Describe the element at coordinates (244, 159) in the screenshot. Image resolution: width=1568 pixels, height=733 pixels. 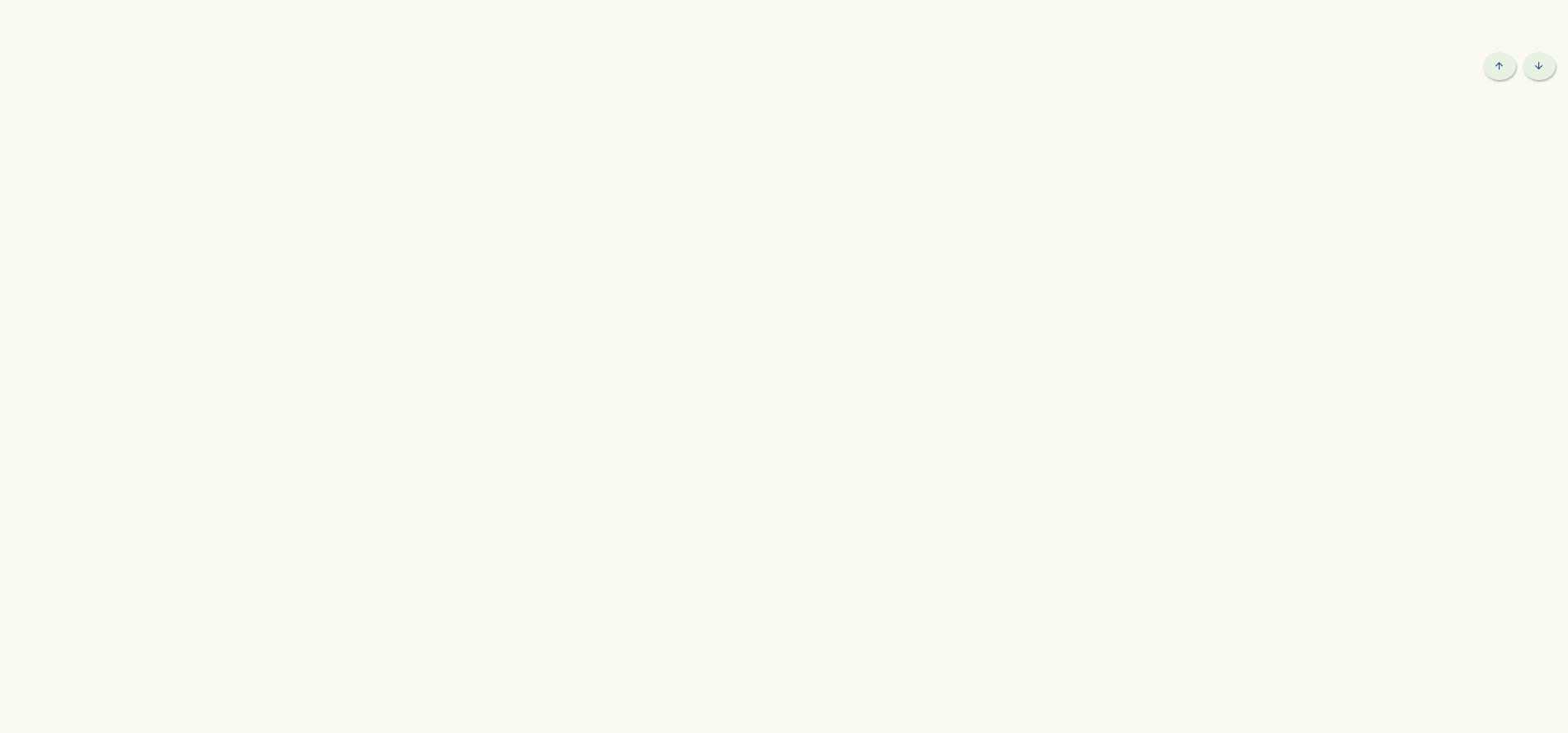
I see `'New posts'` at that location.